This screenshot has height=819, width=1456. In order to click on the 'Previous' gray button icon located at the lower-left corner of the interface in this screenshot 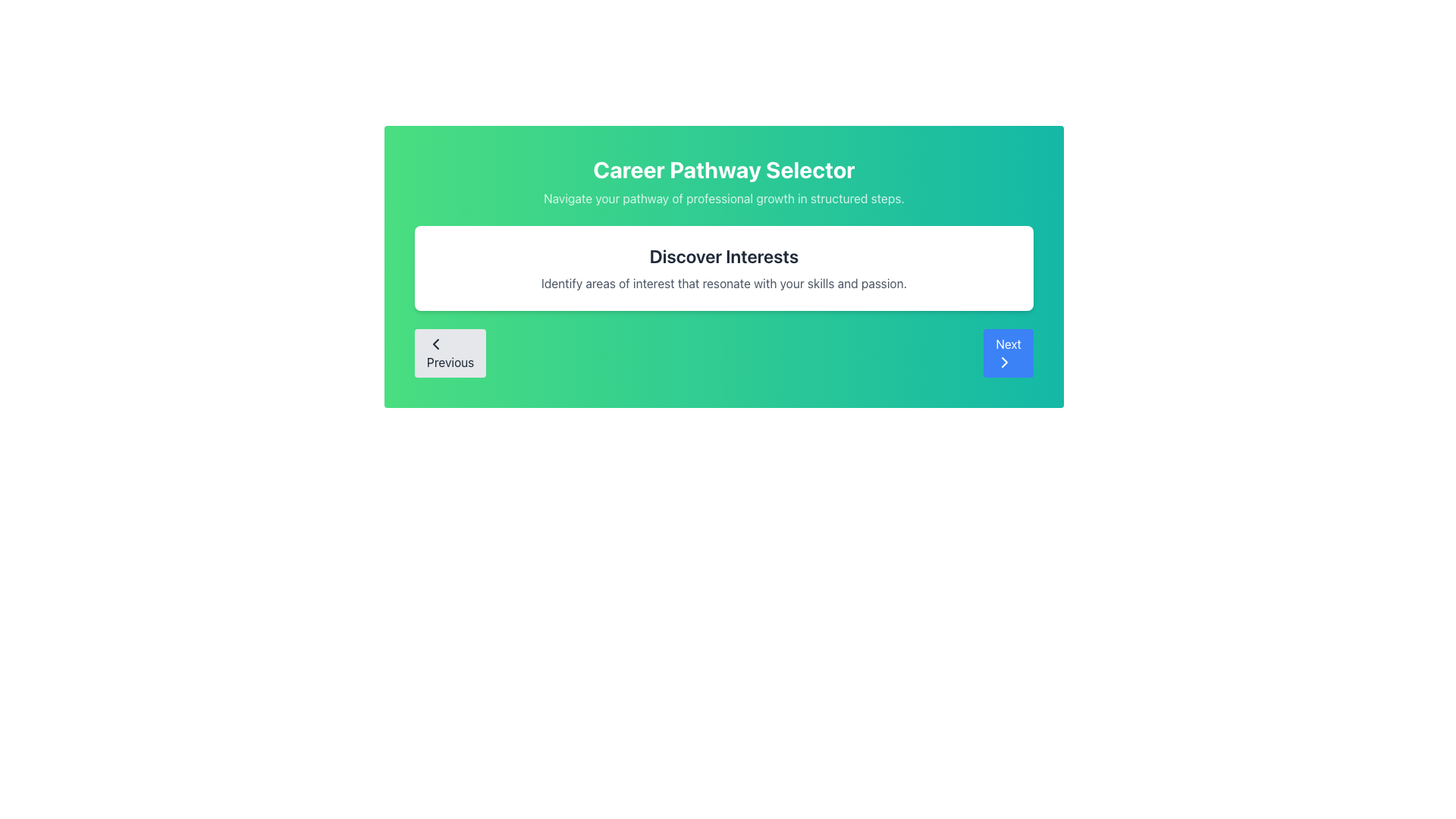, I will do `click(435, 344)`.